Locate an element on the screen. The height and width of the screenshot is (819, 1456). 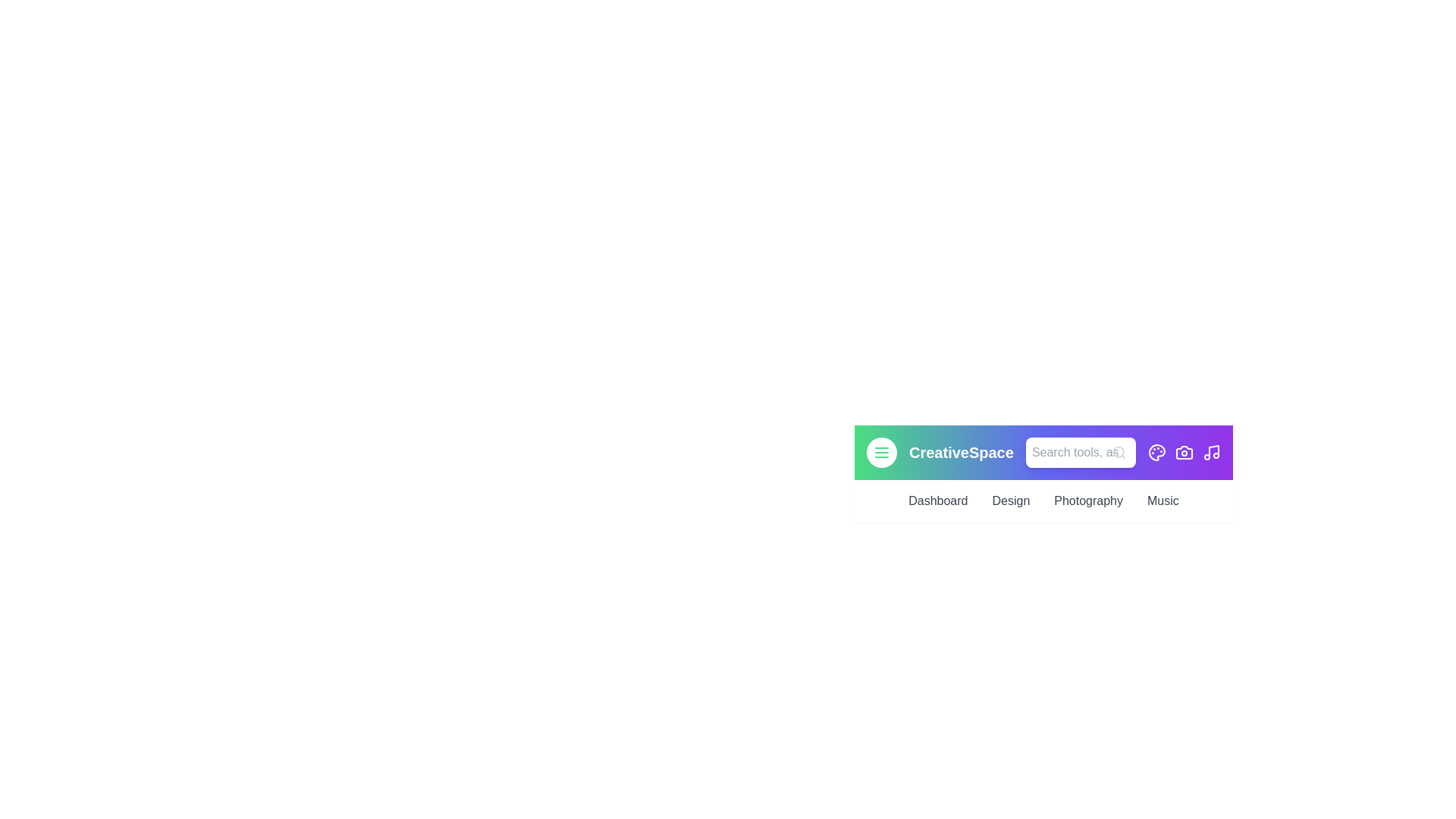
the toolbar icon Music is located at coordinates (1211, 452).